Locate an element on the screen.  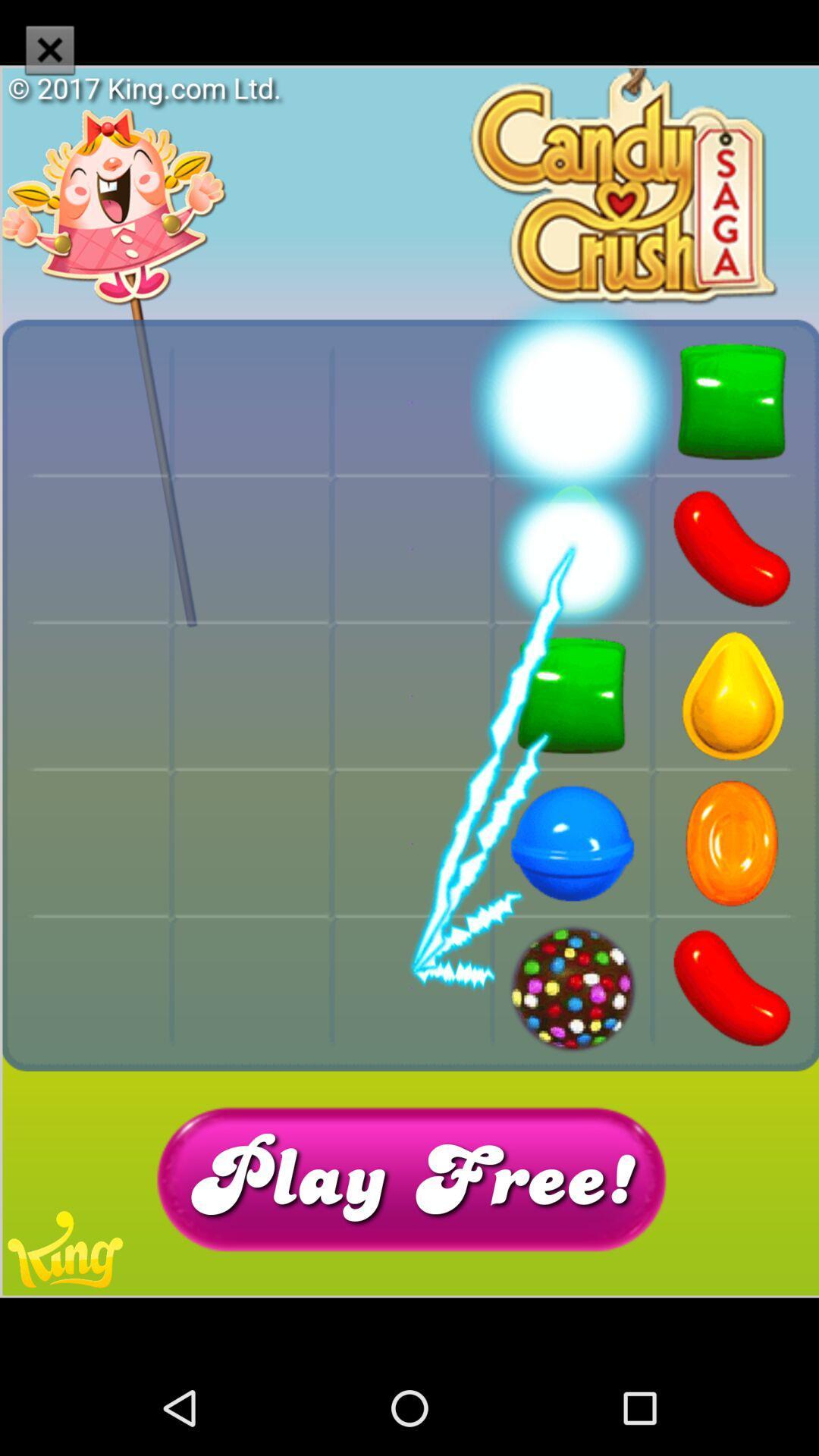
the close icon is located at coordinates (49, 53).